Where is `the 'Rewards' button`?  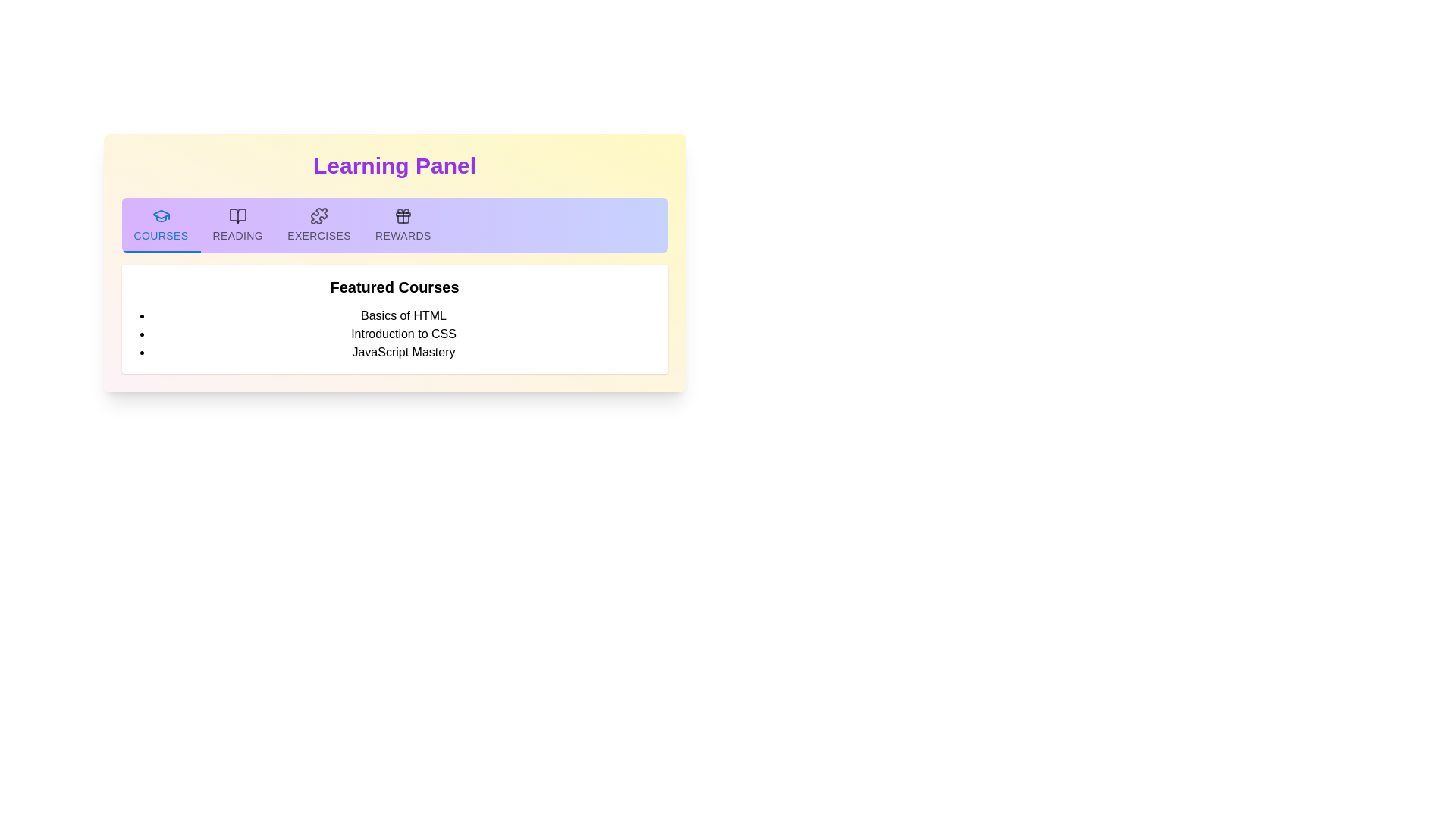 the 'Rewards' button is located at coordinates (403, 216).